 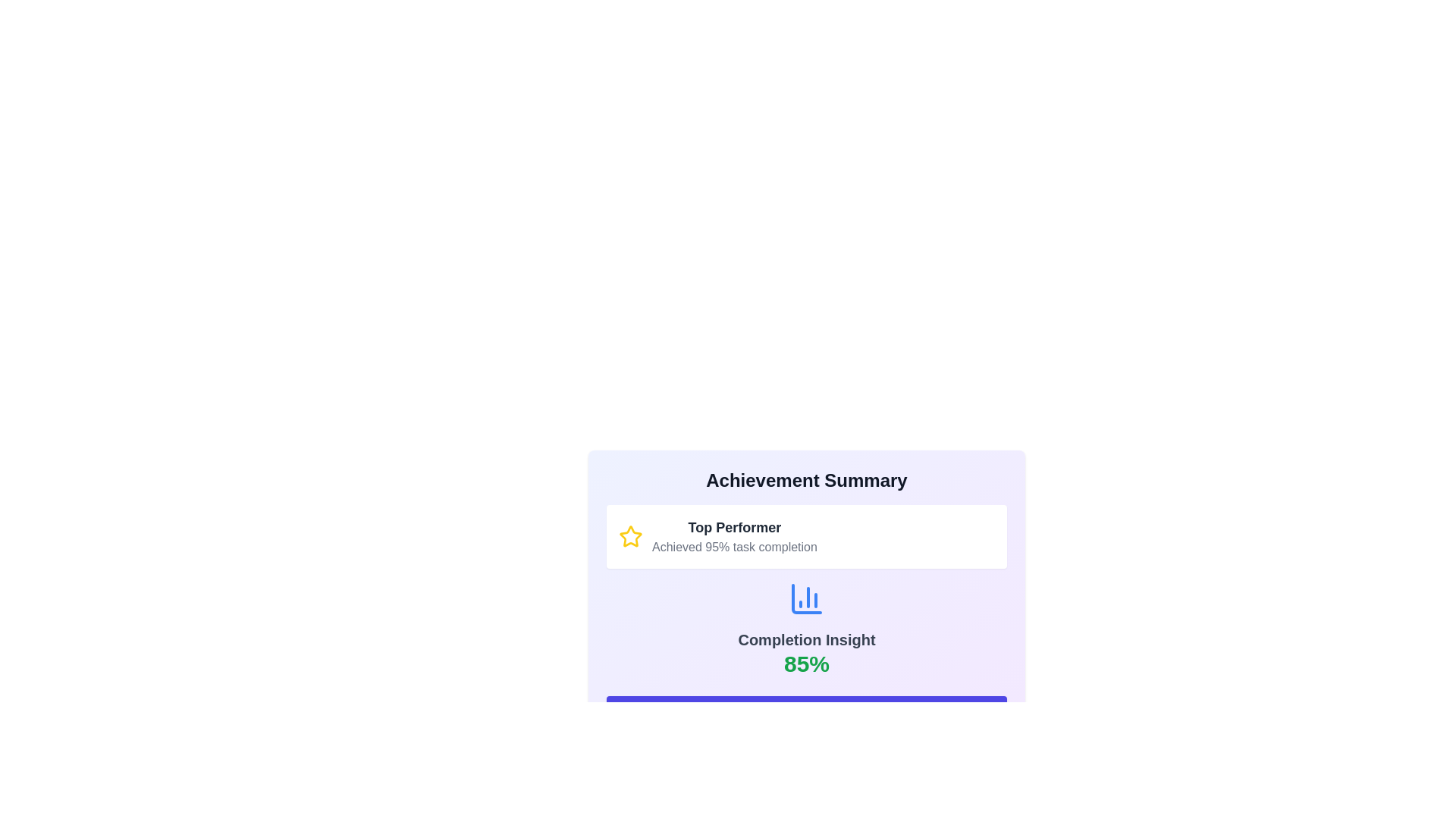 What do you see at coordinates (806, 663) in the screenshot?
I see `the static text label that displays the completion percentage, positioned centrally below the 'Completion Insight' sibling element` at bounding box center [806, 663].